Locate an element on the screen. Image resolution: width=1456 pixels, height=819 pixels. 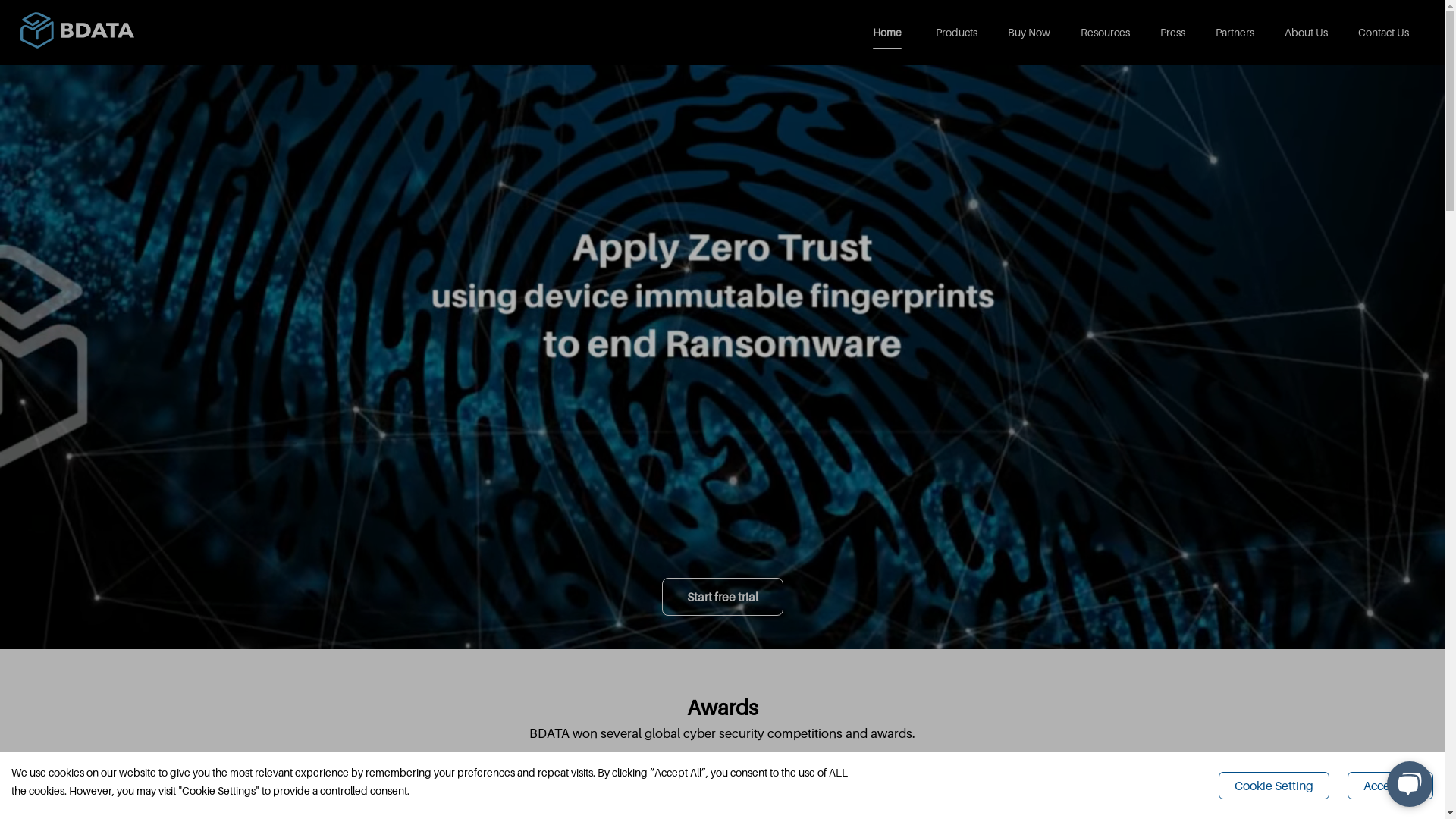
'Contact Us' is located at coordinates (1383, 32).